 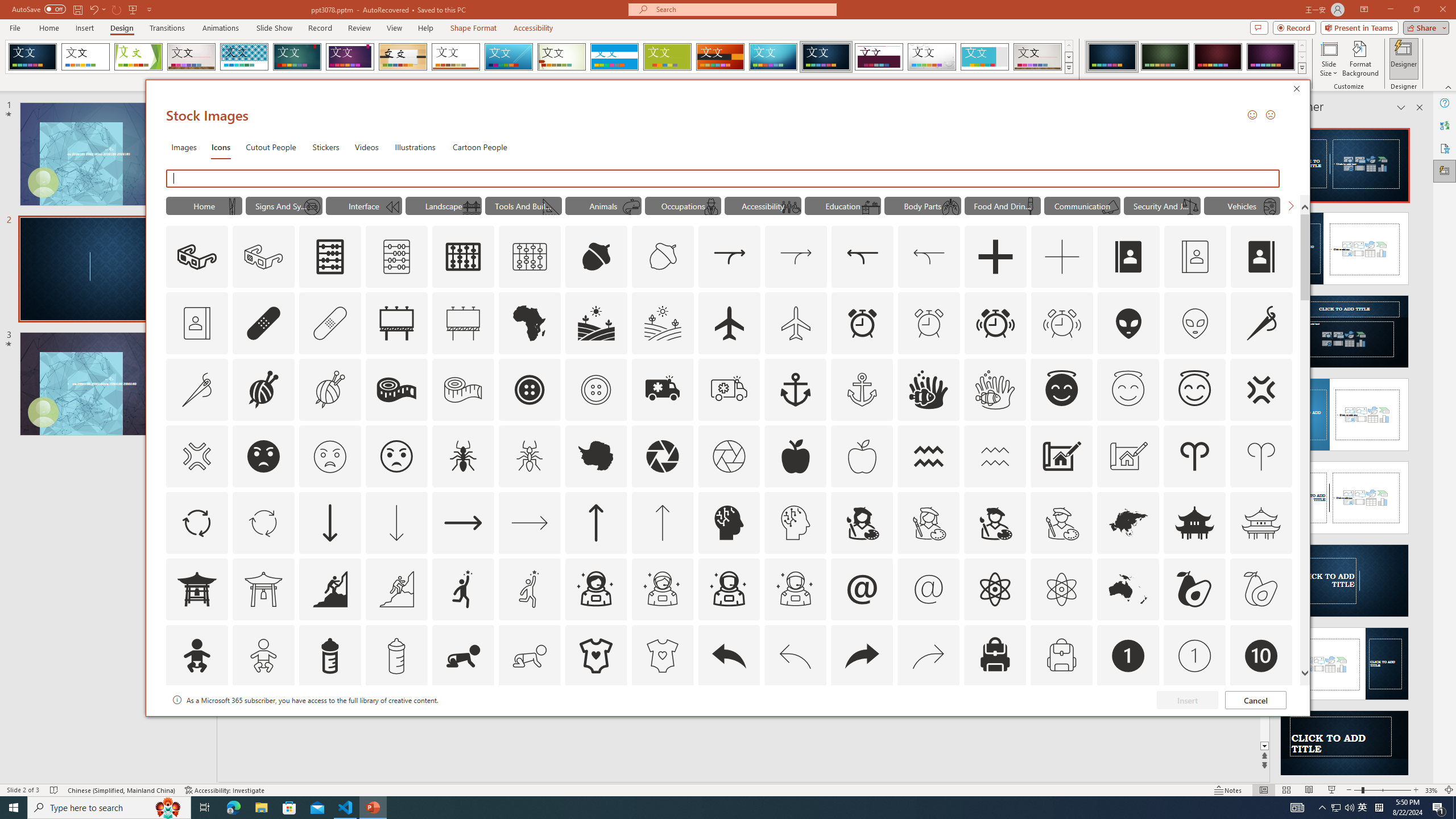 I want to click on 'AutomationID: Icons_Back_LTR_M', so click(x=795, y=655).